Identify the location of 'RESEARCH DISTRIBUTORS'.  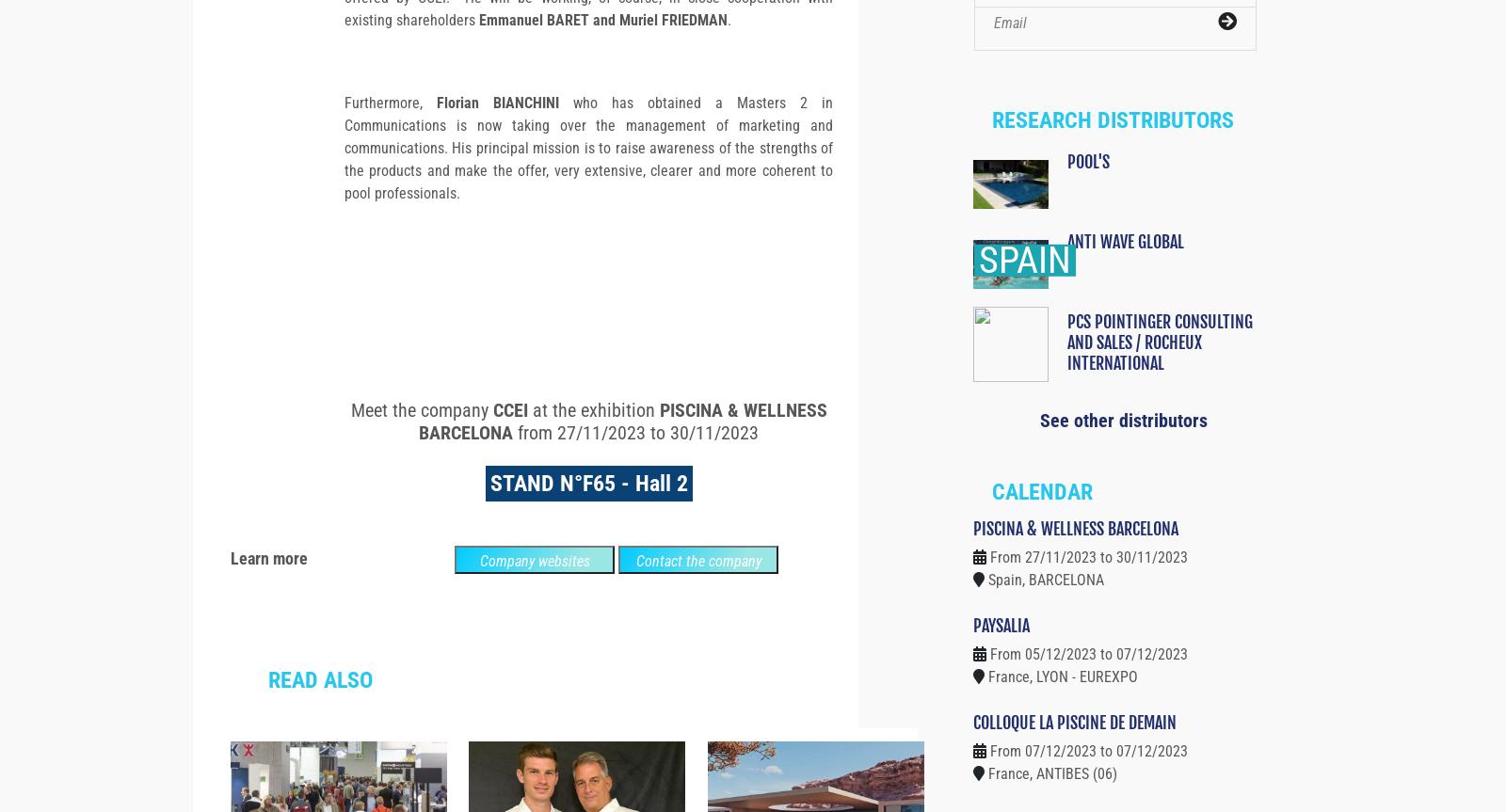
(991, 152).